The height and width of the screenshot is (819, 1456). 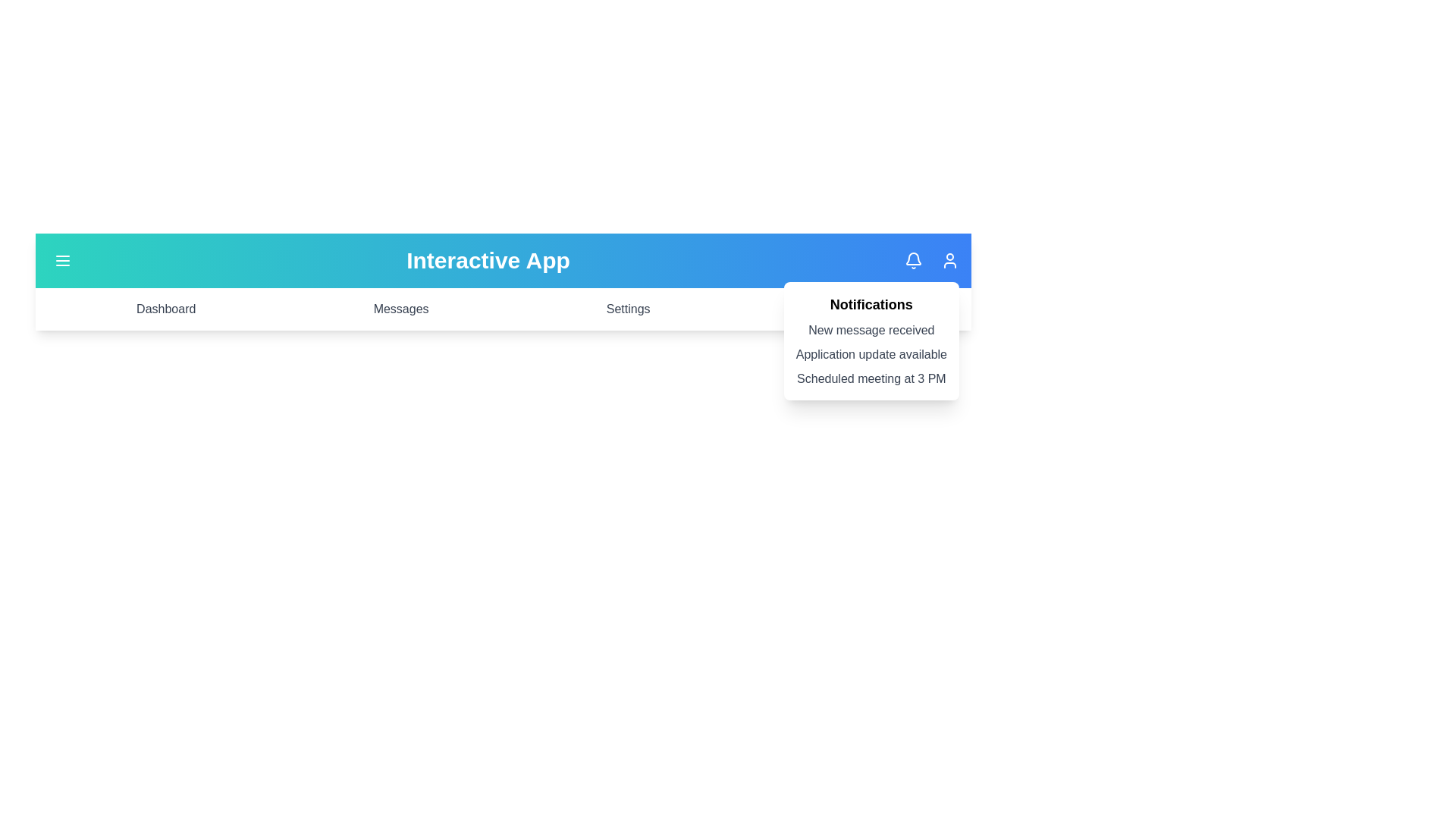 I want to click on the interactive element menu_button to observe visual changes, so click(x=61, y=259).